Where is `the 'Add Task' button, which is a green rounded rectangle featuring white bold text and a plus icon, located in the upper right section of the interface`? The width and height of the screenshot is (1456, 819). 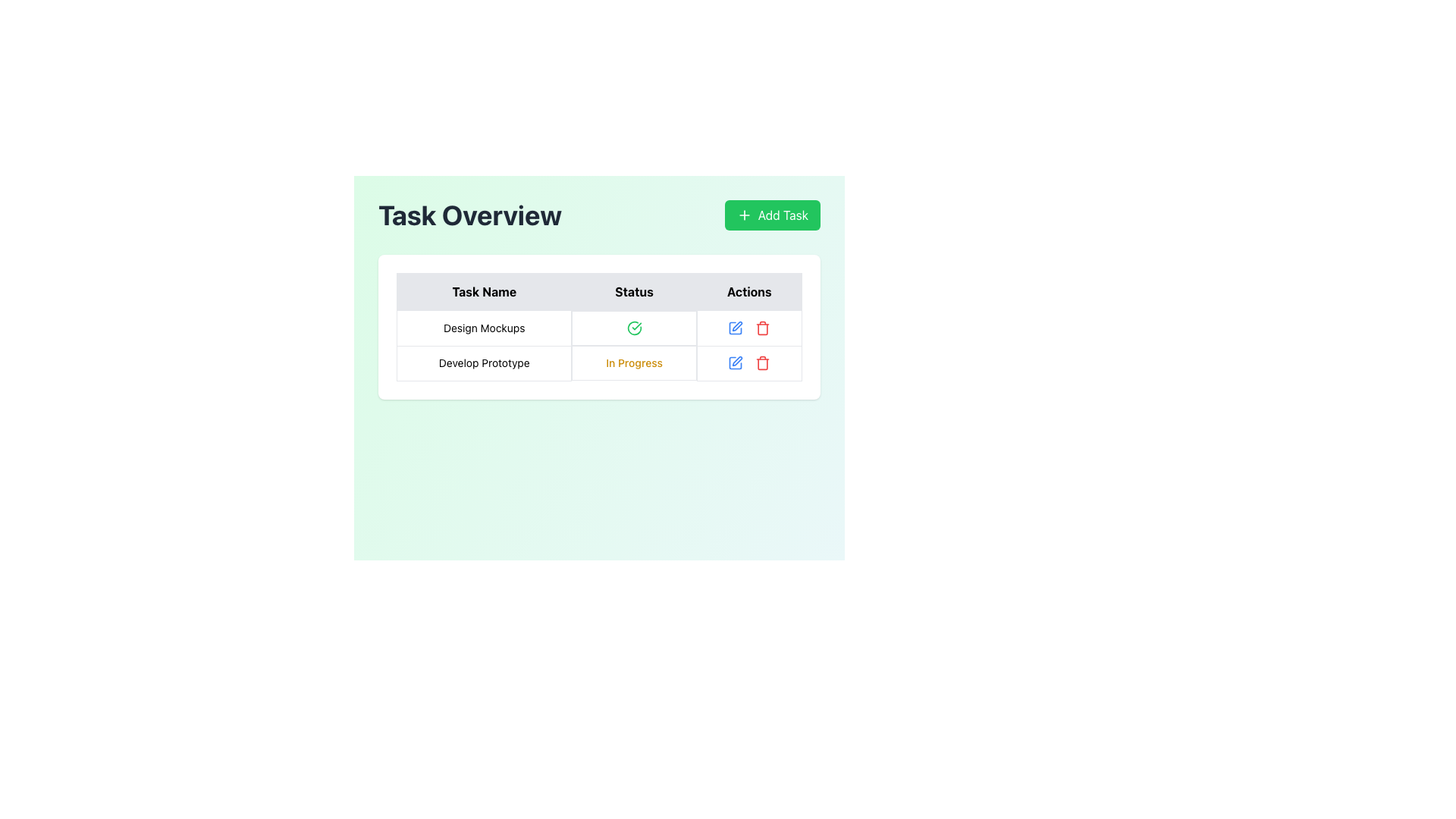
the 'Add Task' button, which is a green rounded rectangle featuring white bold text and a plus icon, located in the upper right section of the interface is located at coordinates (783, 215).